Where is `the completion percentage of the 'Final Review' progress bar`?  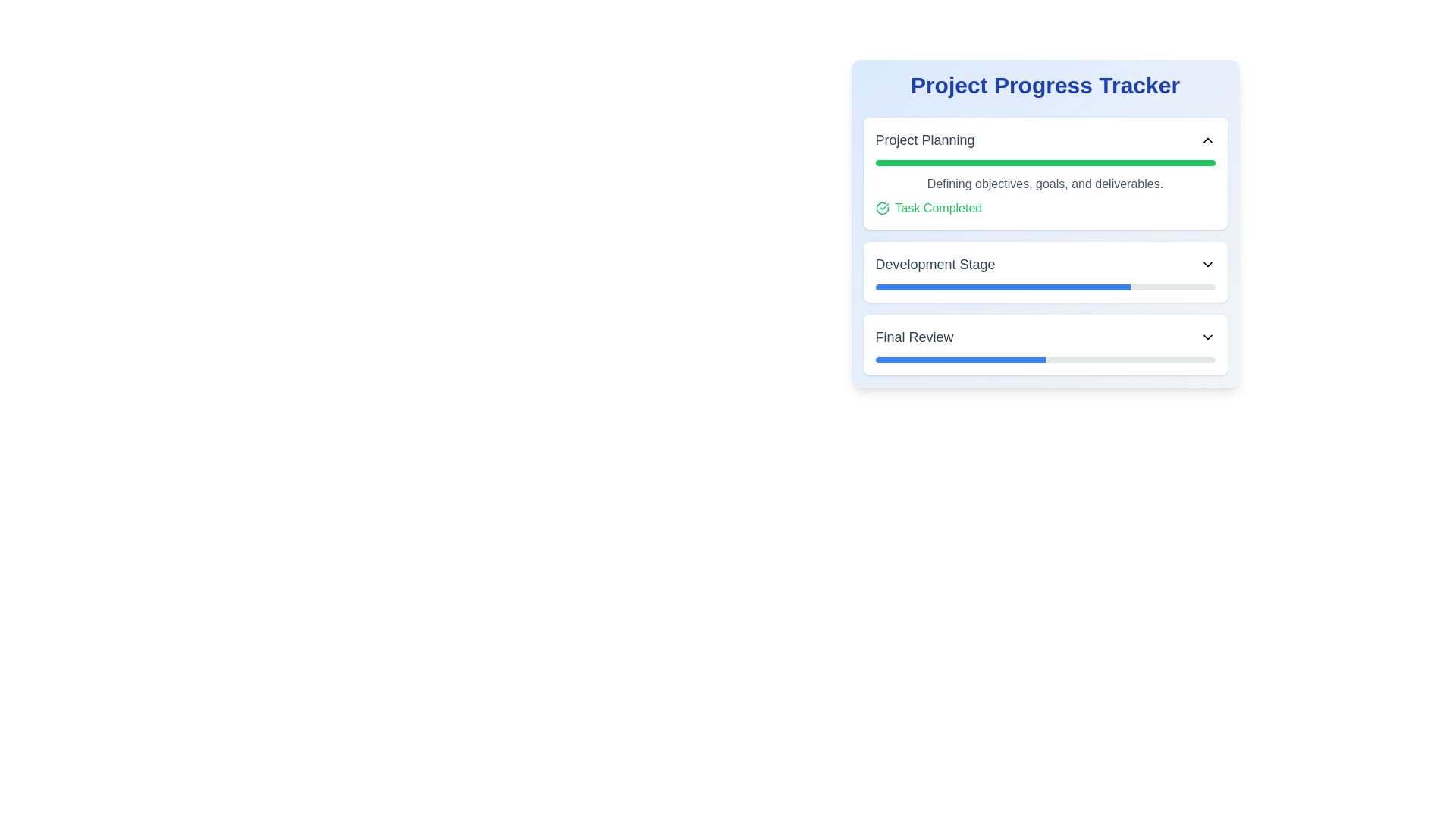
the completion percentage of the 'Final Review' progress bar is located at coordinates (959, 359).